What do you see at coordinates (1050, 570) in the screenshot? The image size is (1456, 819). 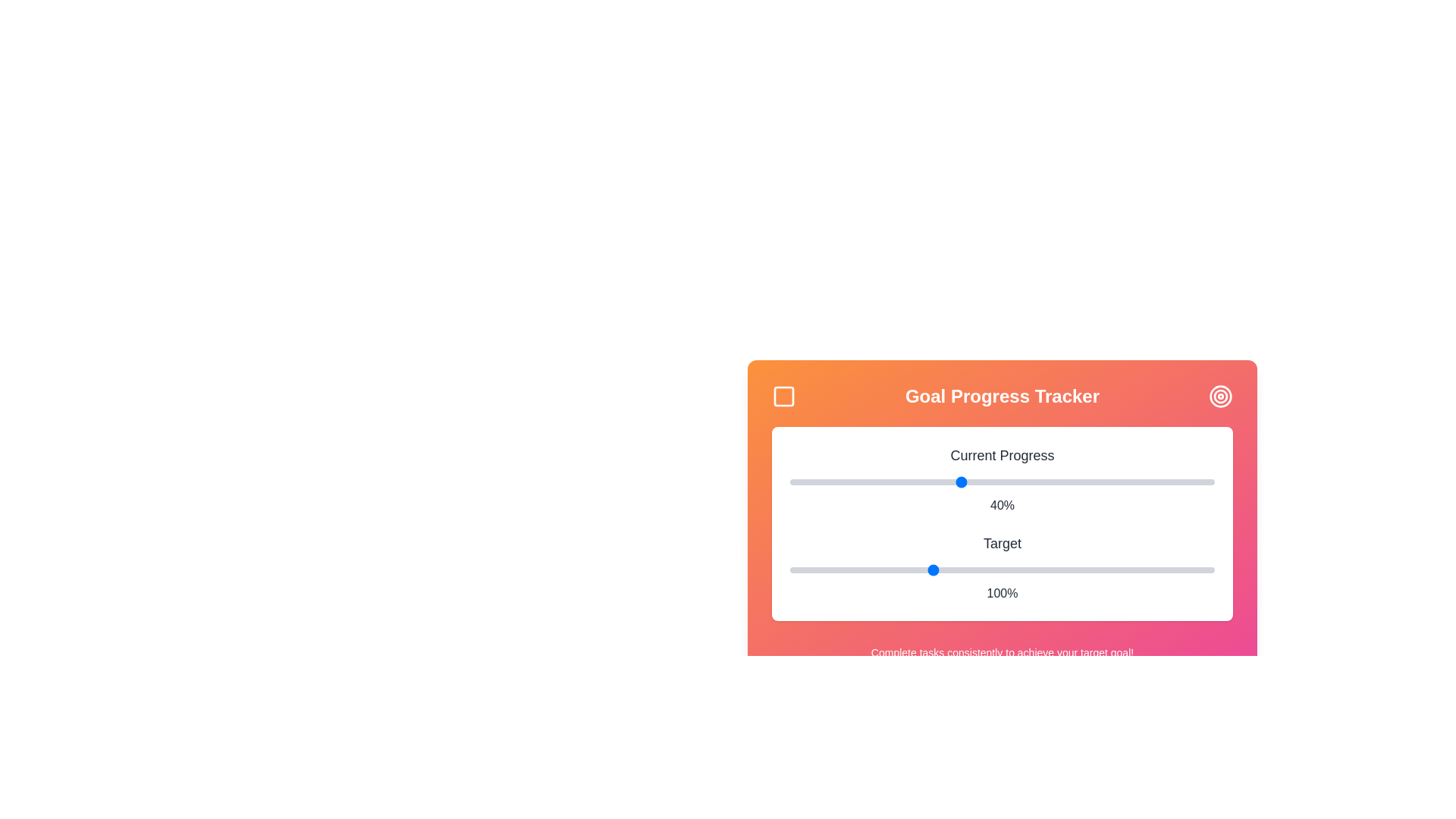 I see `the 'Target' slider to set its value to 142` at bounding box center [1050, 570].